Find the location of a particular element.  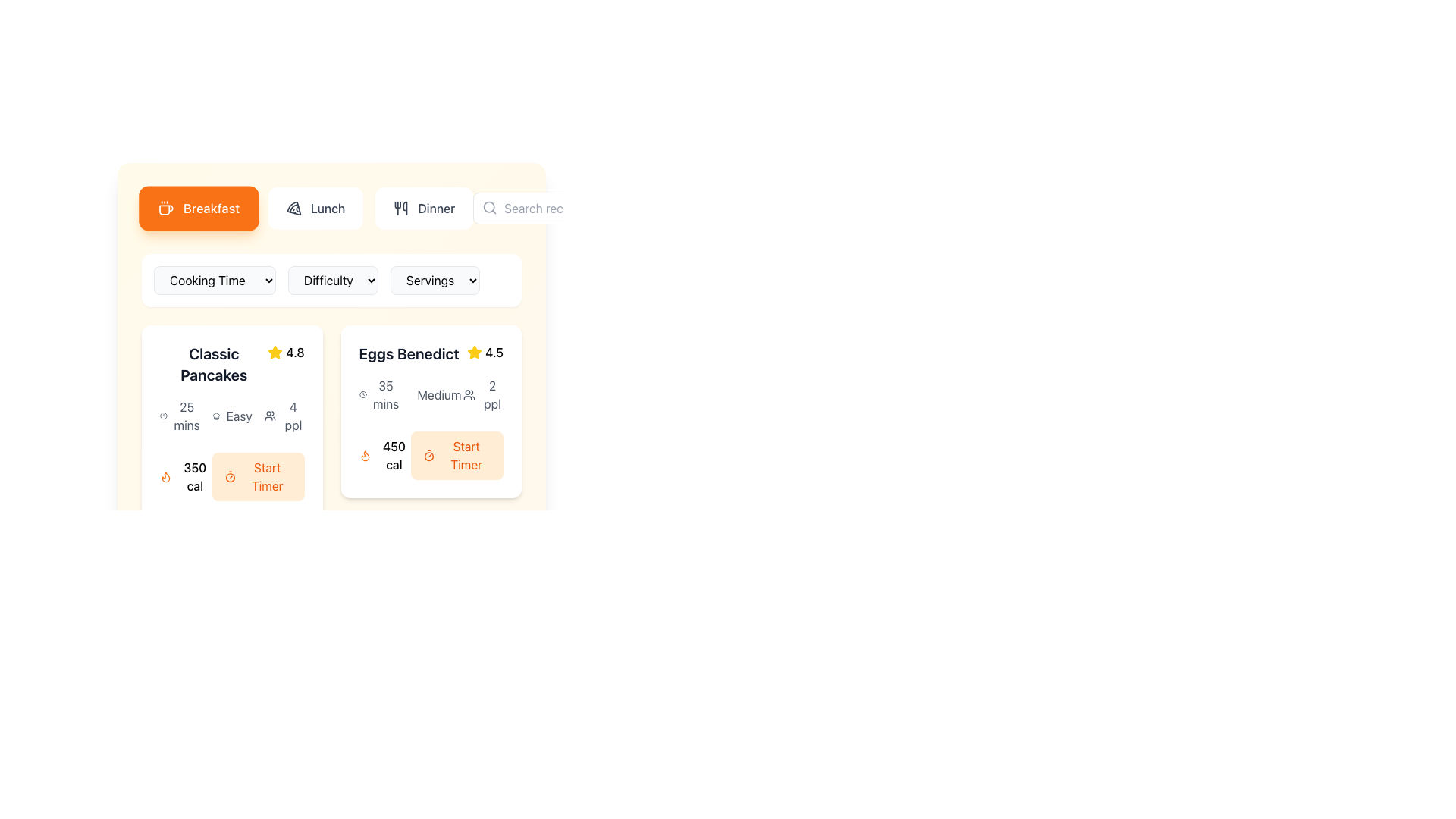

the difficulty level icon for the meal 'Eggs Benedict', which is located in the middle section of the UI, slightly above the text 'medium' is located at coordinates (420, 396).